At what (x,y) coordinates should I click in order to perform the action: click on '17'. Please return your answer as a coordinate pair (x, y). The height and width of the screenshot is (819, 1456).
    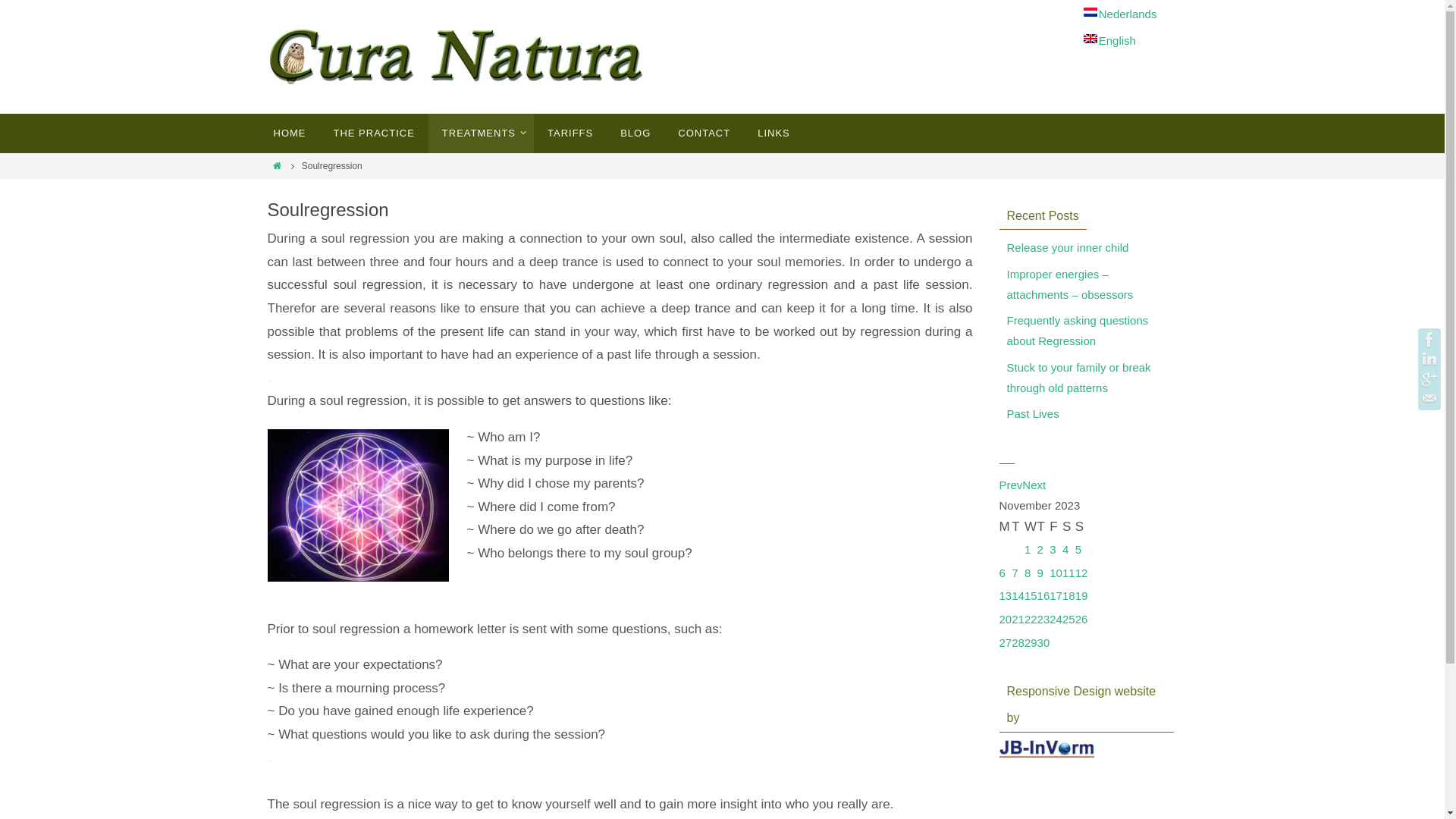
    Looking at the image, I should click on (1048, 595).